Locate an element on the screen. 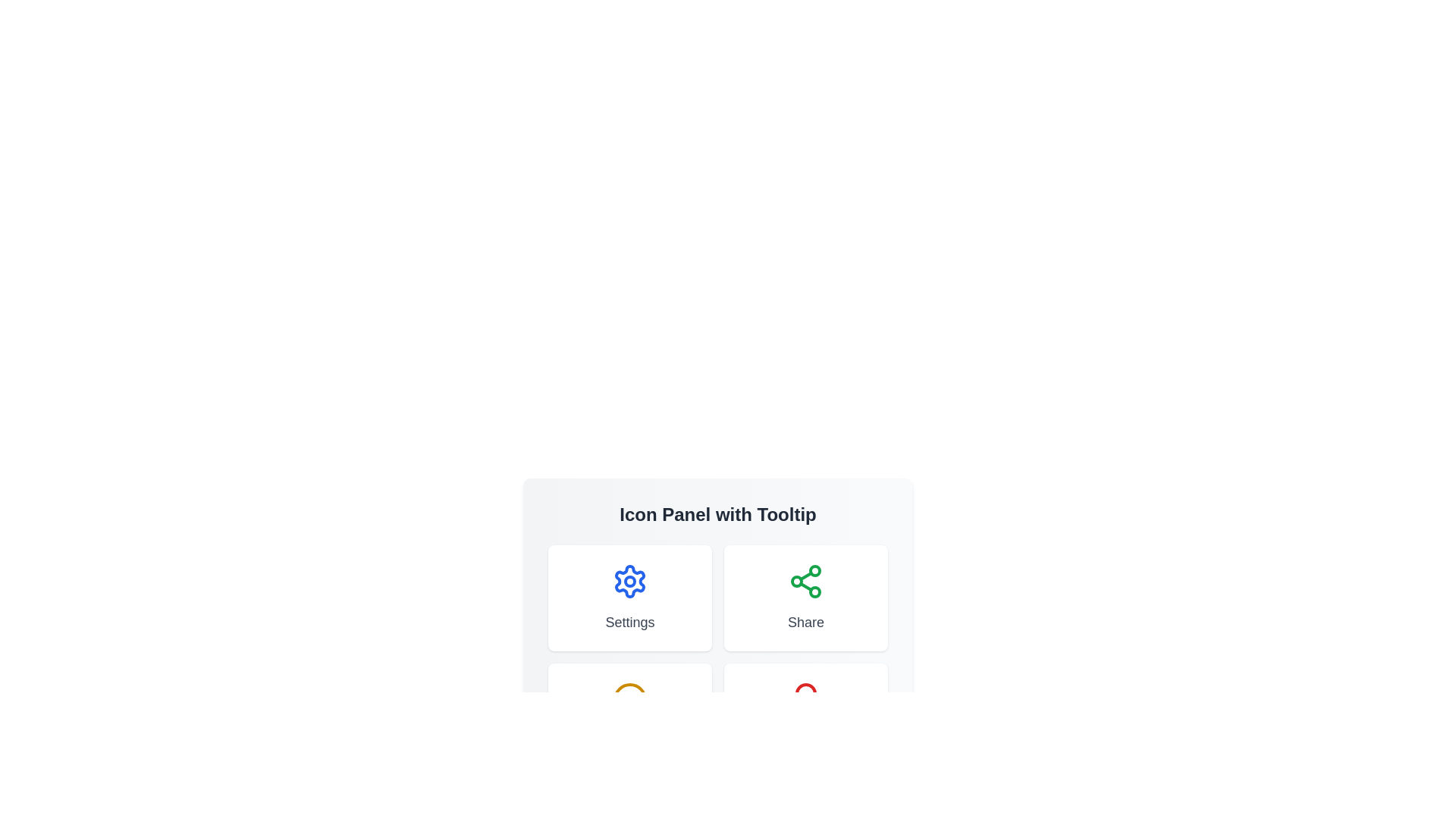 This screenshot has width=1456, height=819. the blue gear icon button in the left-hand column of the four-option panel is located at coordinates (629, 581).